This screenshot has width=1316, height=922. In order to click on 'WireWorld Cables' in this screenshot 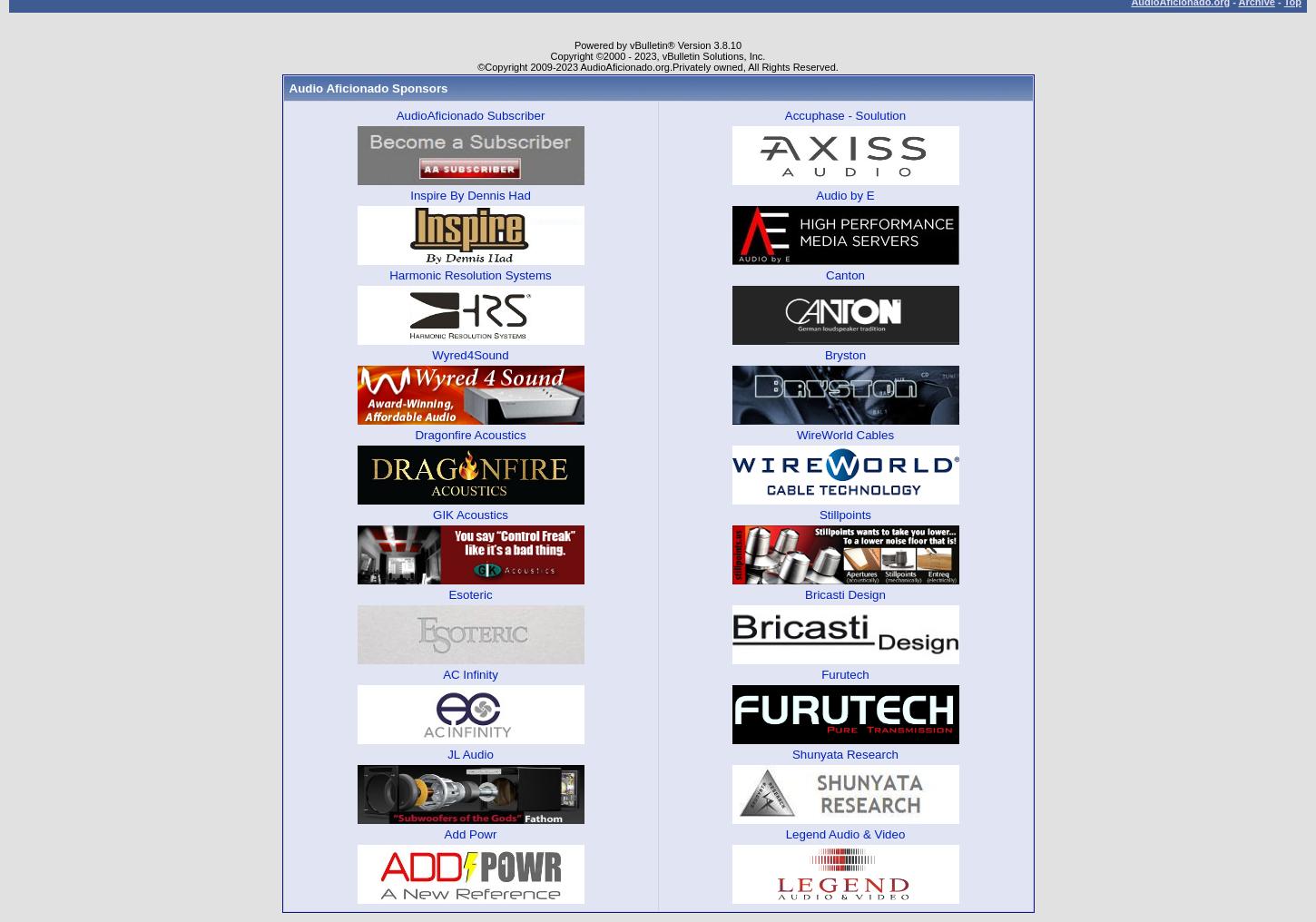, I will do `click(844, 434)`.